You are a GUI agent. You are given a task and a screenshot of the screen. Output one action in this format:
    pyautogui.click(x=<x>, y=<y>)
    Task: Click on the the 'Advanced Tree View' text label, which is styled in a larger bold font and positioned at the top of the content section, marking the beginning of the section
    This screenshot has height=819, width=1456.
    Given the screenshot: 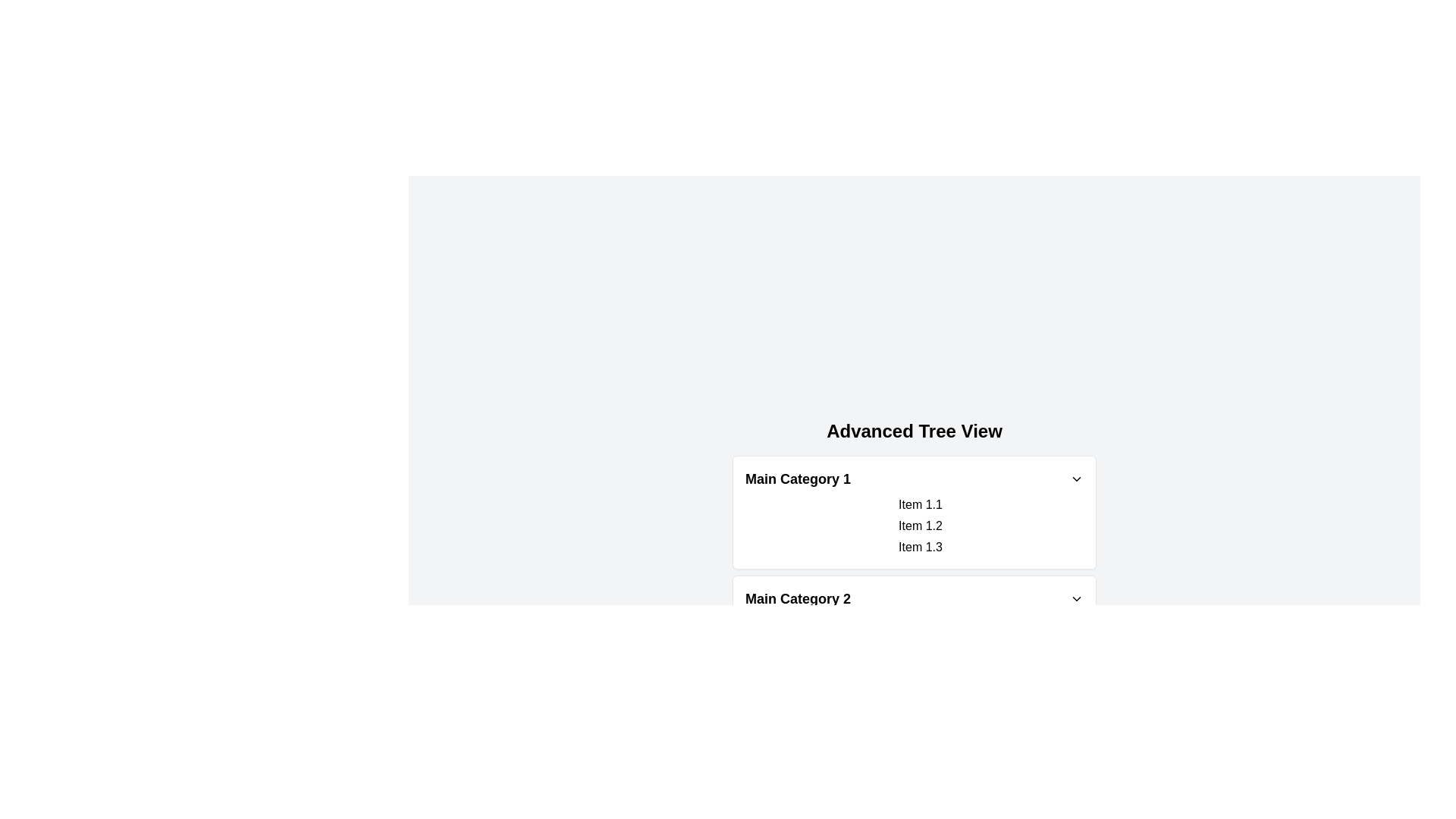 What is the action you would take?
    pyautogui.click(x=913, y=431)
    